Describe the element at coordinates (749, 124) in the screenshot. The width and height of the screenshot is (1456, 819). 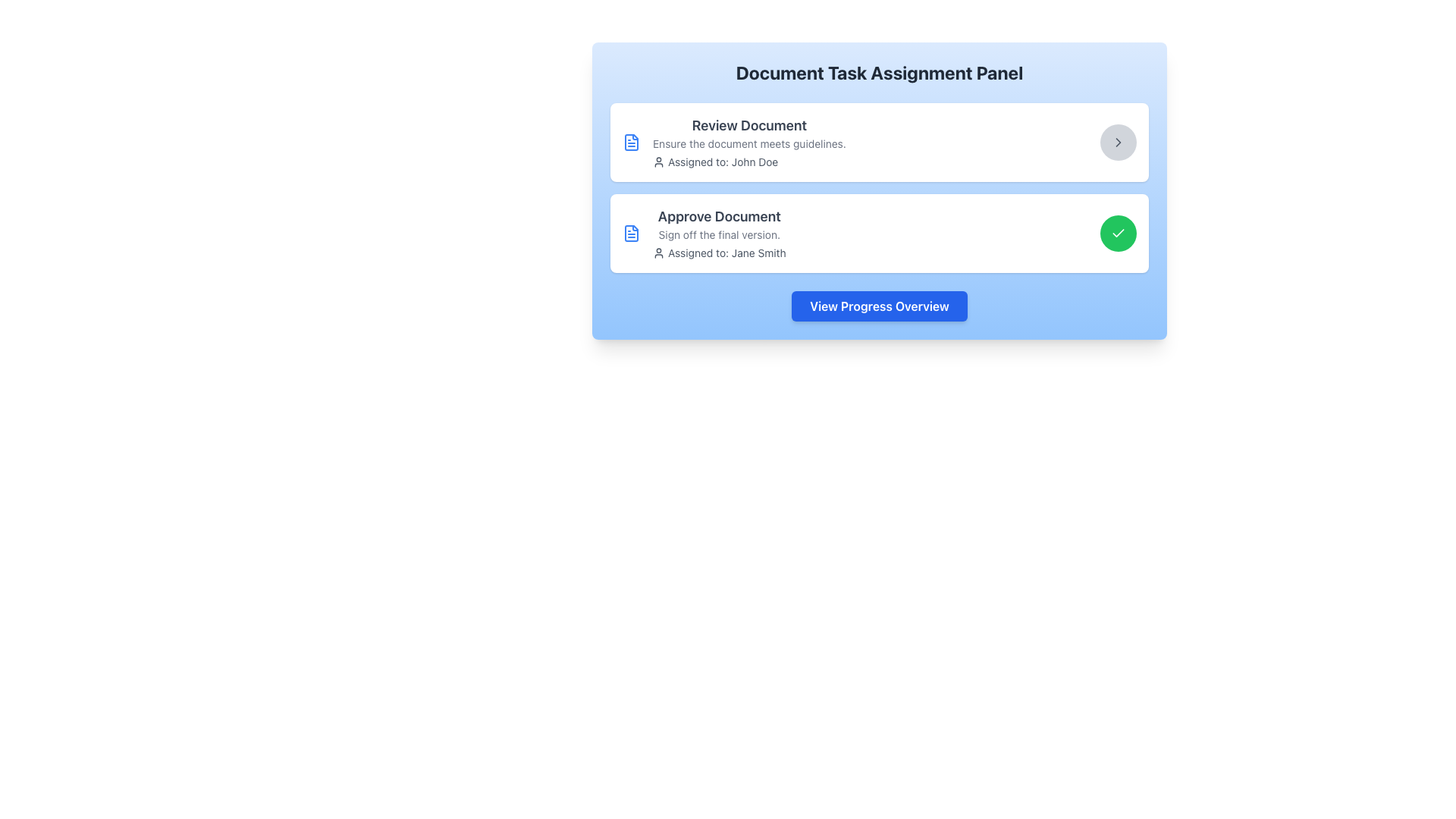
I see `the text label reading 'Review Document'` at that location.